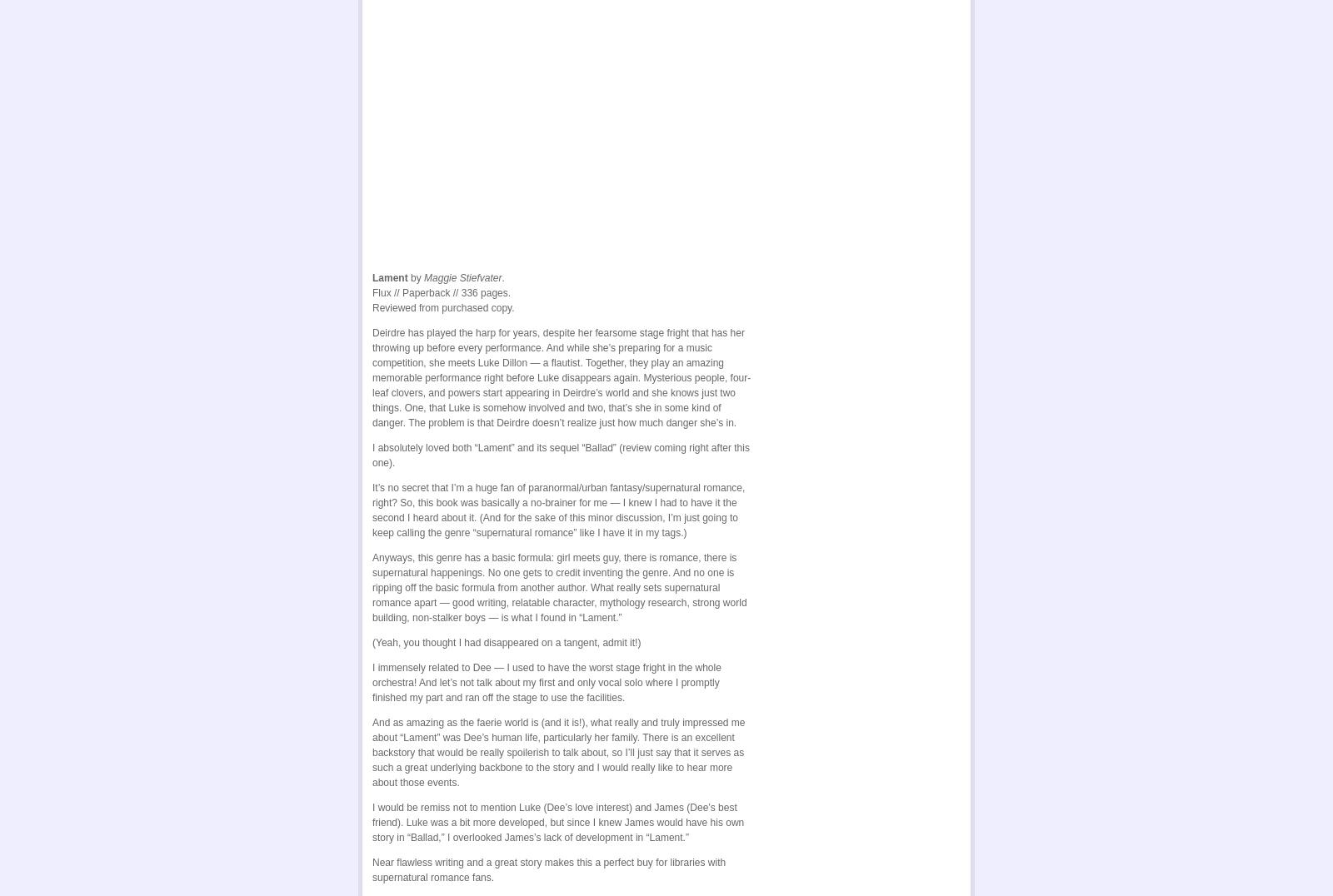 This screenshot has width=1333, height=896. I want to click on '(Yeah, you thought I had disappeared on a tangent, admit it!)', so click(372, 640).